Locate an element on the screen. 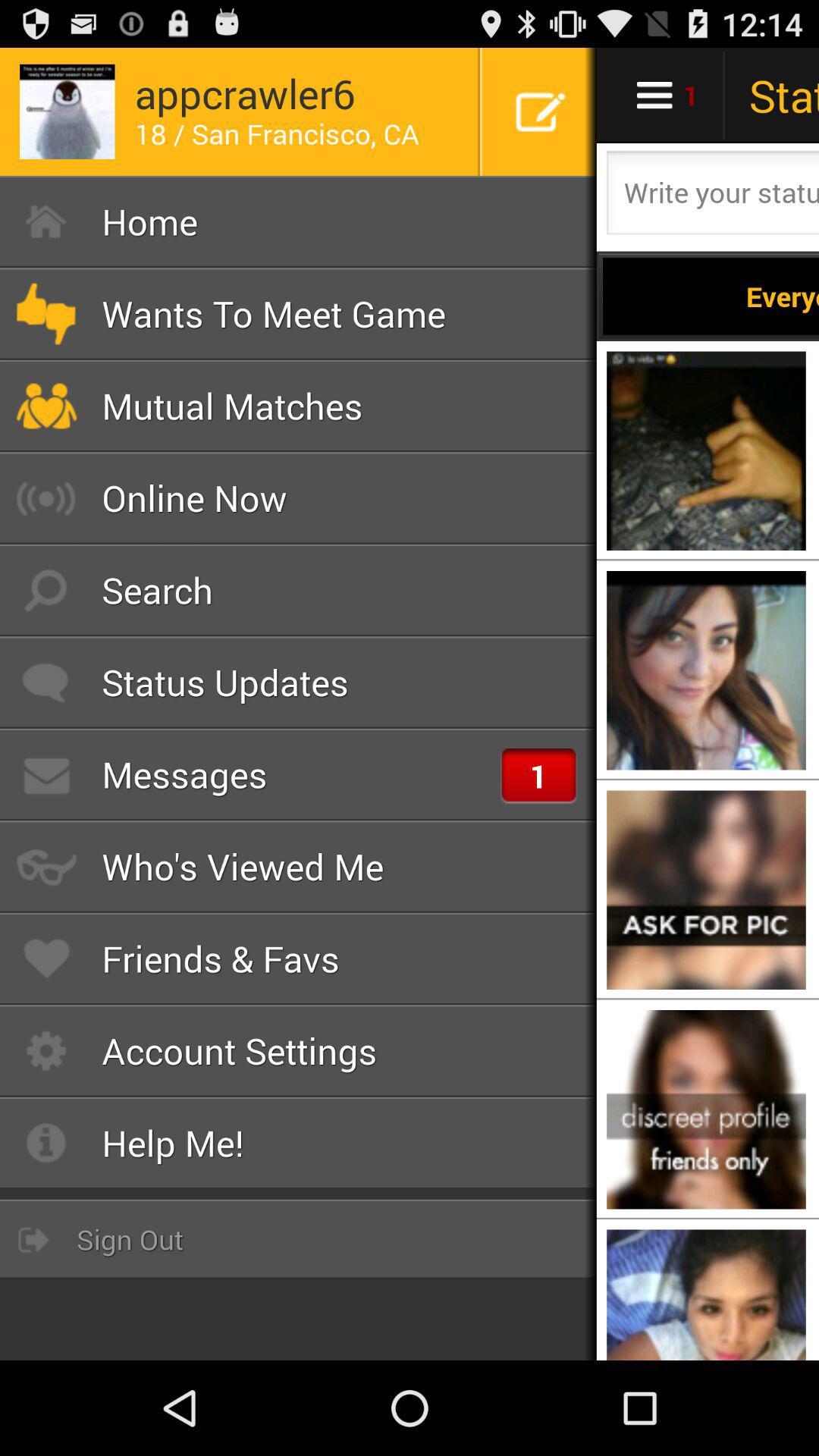 The image size is (819, 1456). account settings icon is located at coordinates (298, 1050).